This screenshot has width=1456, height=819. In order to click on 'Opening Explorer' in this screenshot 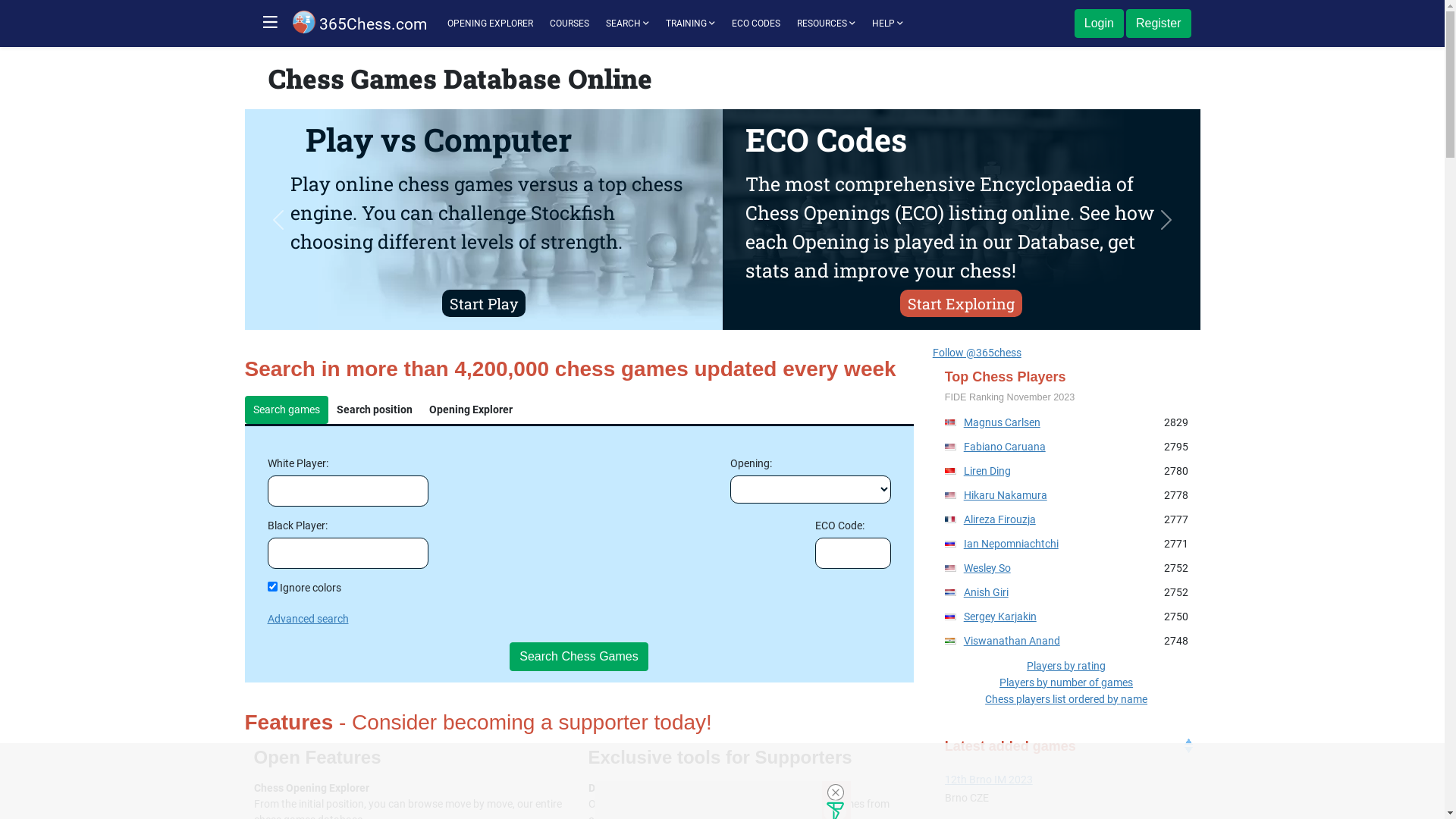, I will do `click(469, 409)`.